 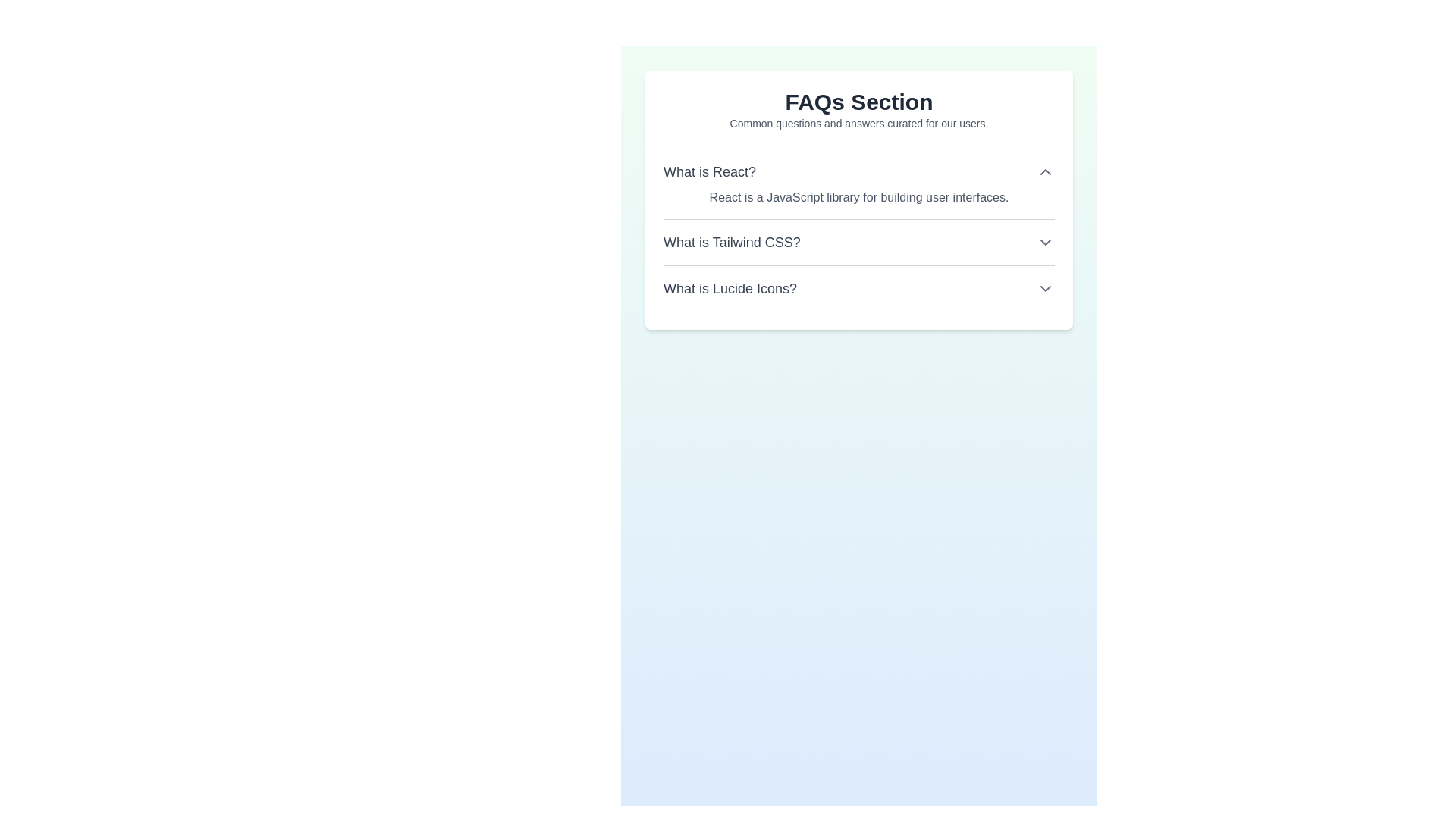 What do you see at coordinates (730, 289) in the screenshot?
I see `the clickable question text element about 'Lucide Icons' in the FAQ list` at bounding box center [730, 289].